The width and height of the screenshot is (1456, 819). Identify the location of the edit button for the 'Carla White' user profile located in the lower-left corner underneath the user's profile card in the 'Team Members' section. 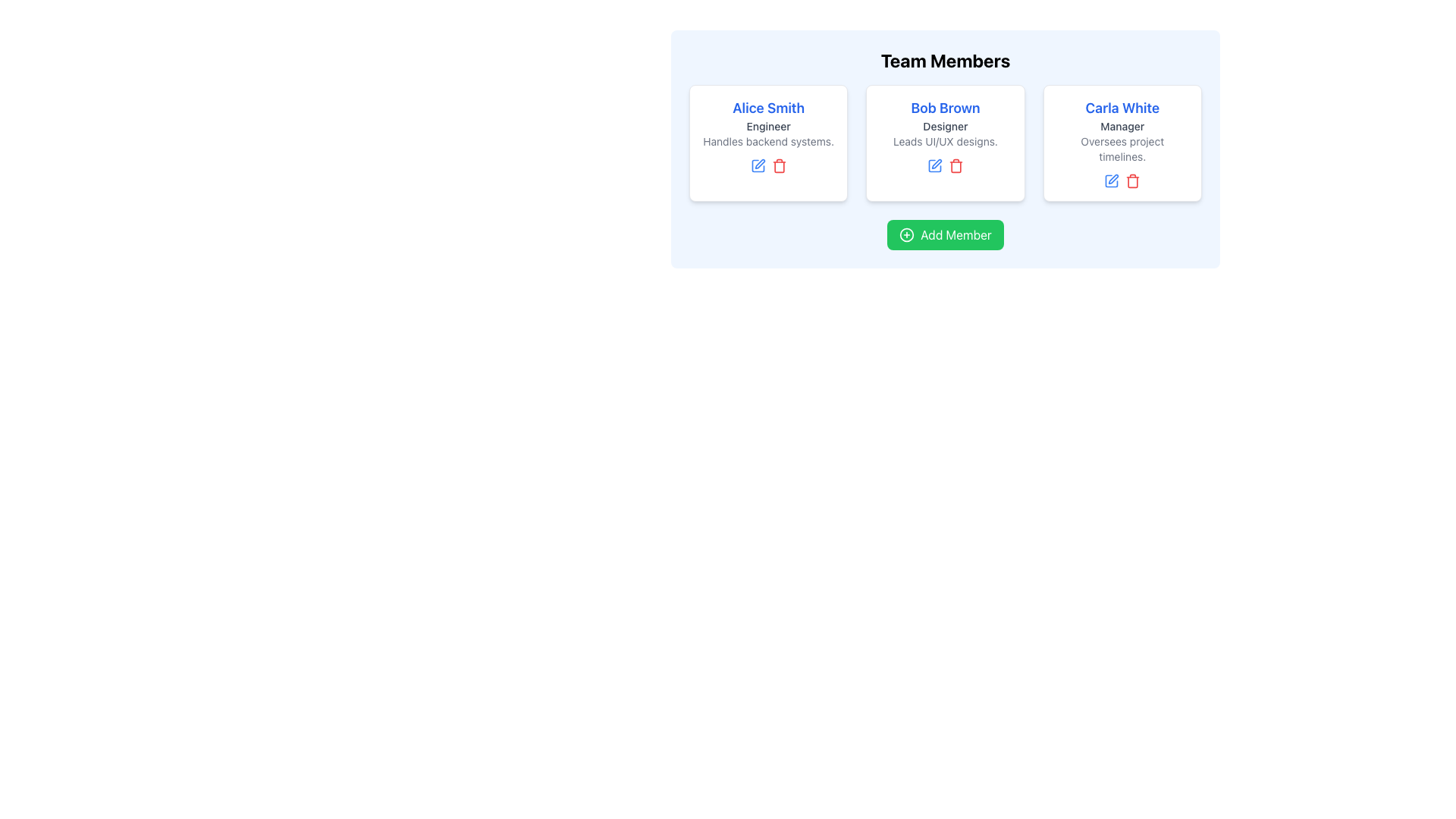
(1112, 180).